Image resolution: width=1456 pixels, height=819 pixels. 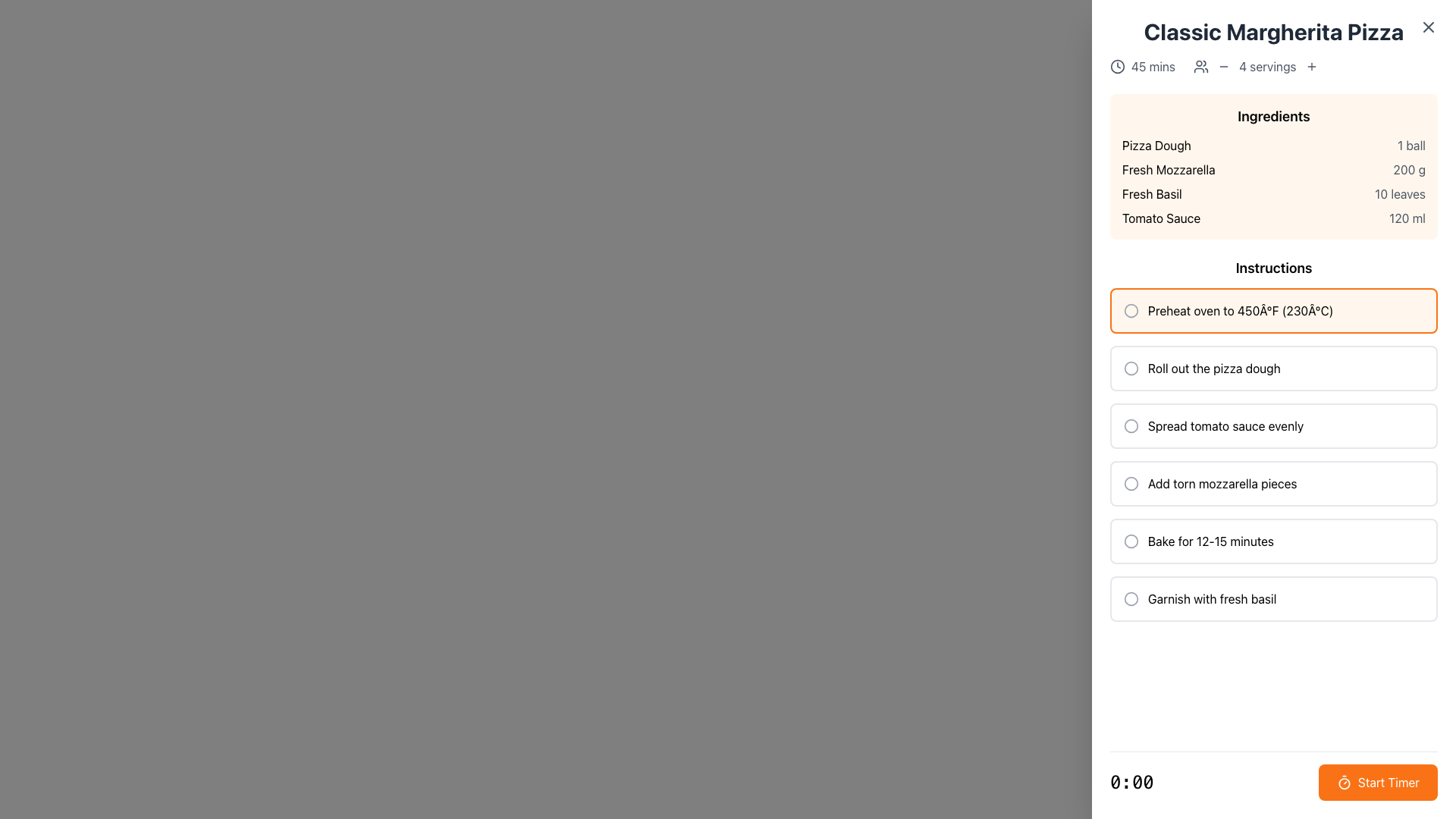 What do you see at coordinates (1267, 66) in the screenshot?
I see `the Text label that displays the current number of servings for a recipe, positioned centrally between the '-' button and the '+' button` at bounding box center [1267, 66].